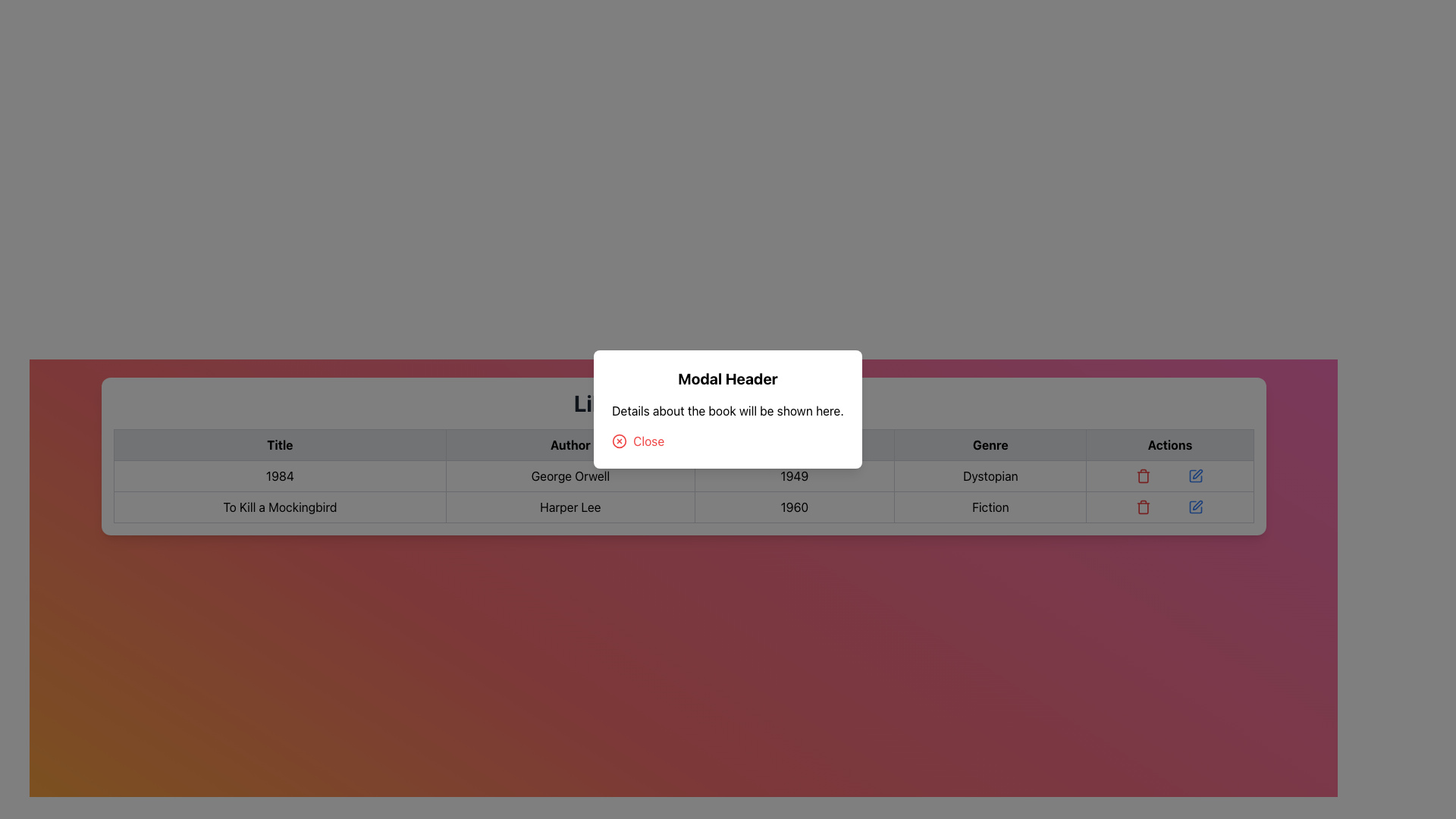  What do you see at coordinates (570, 507) in the screenshot?
I see `the text cell displaying the author's name 'Harper Lee' in the 'Author' column of the table for 'To Kill a Mockingbird'` at bounding box center [570, 507].